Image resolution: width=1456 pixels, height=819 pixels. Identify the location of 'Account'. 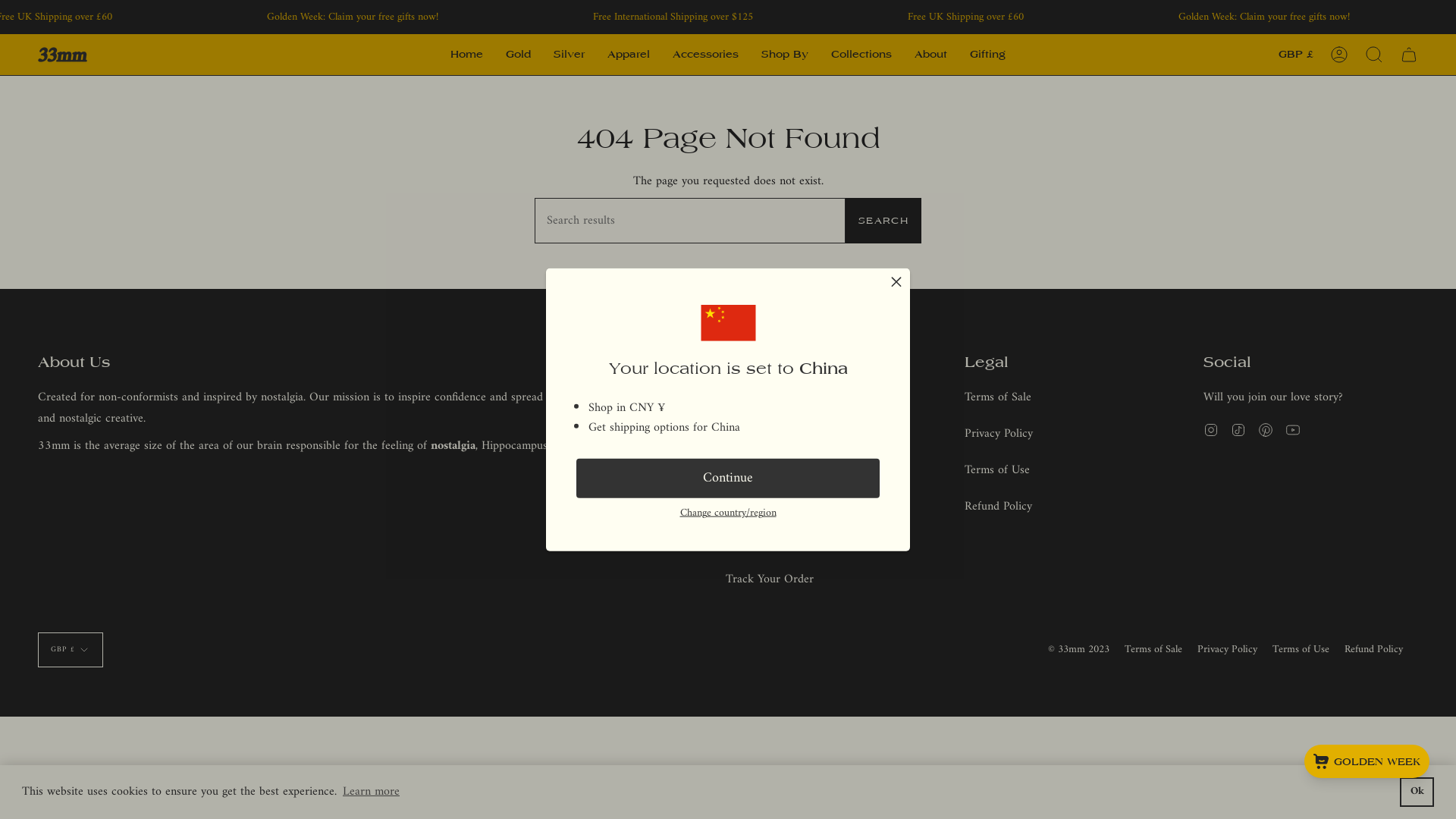
(1339, 54).